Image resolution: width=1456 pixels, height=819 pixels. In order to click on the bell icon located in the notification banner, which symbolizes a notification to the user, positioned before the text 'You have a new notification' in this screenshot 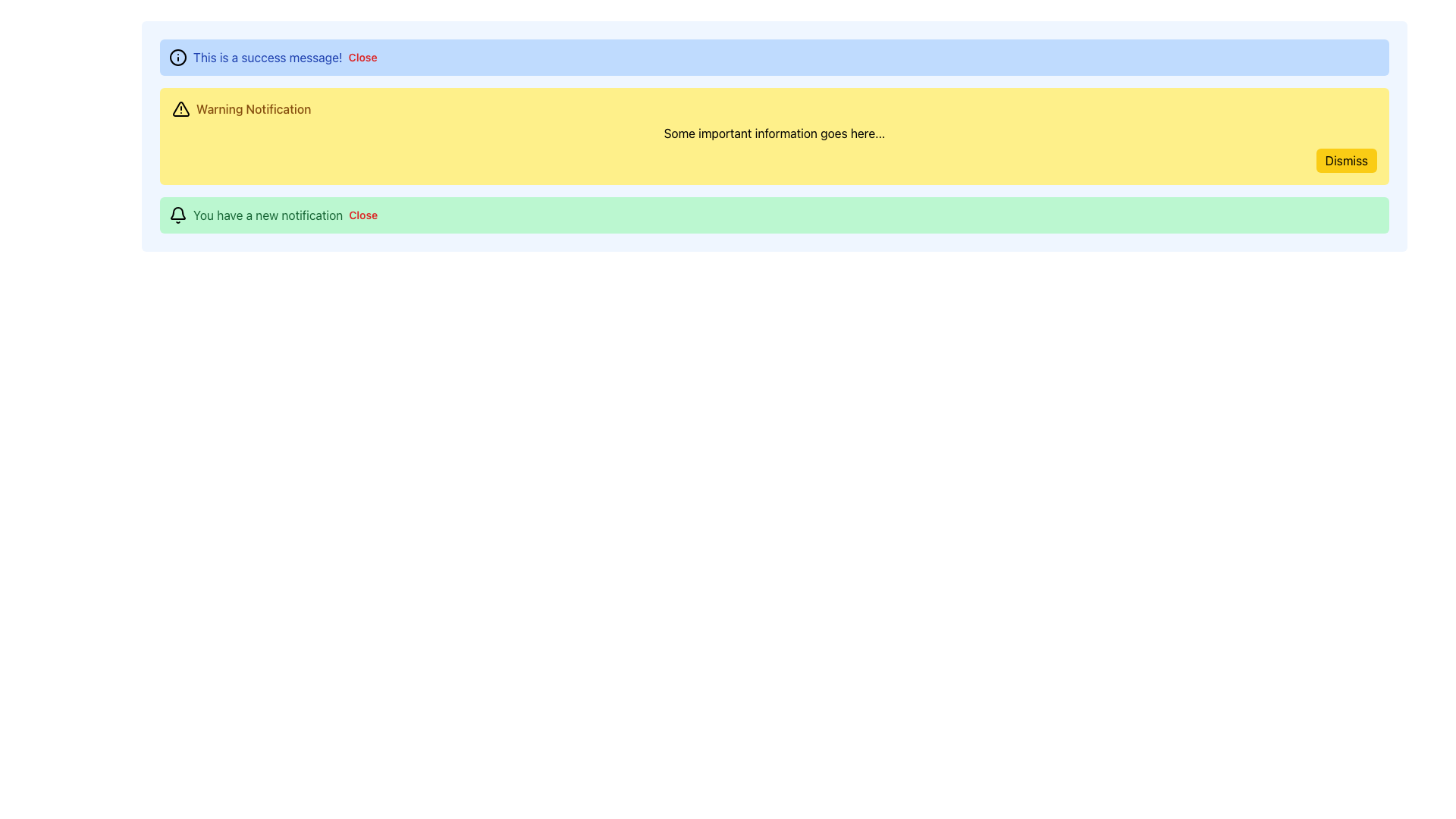, I will do `click(178, 215)`.